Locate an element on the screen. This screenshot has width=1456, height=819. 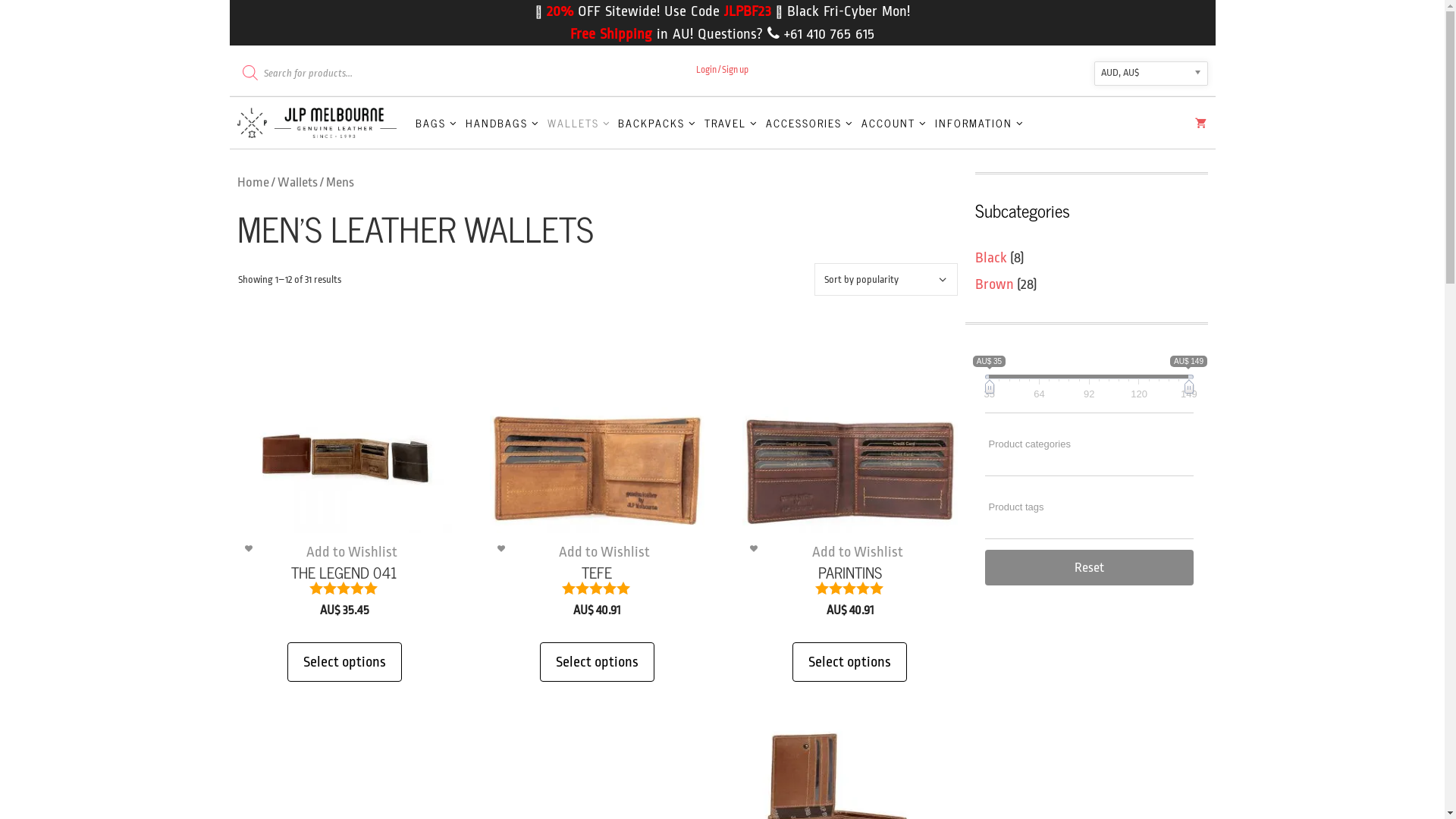
'Wallets' is located at coordinates (297, 181).